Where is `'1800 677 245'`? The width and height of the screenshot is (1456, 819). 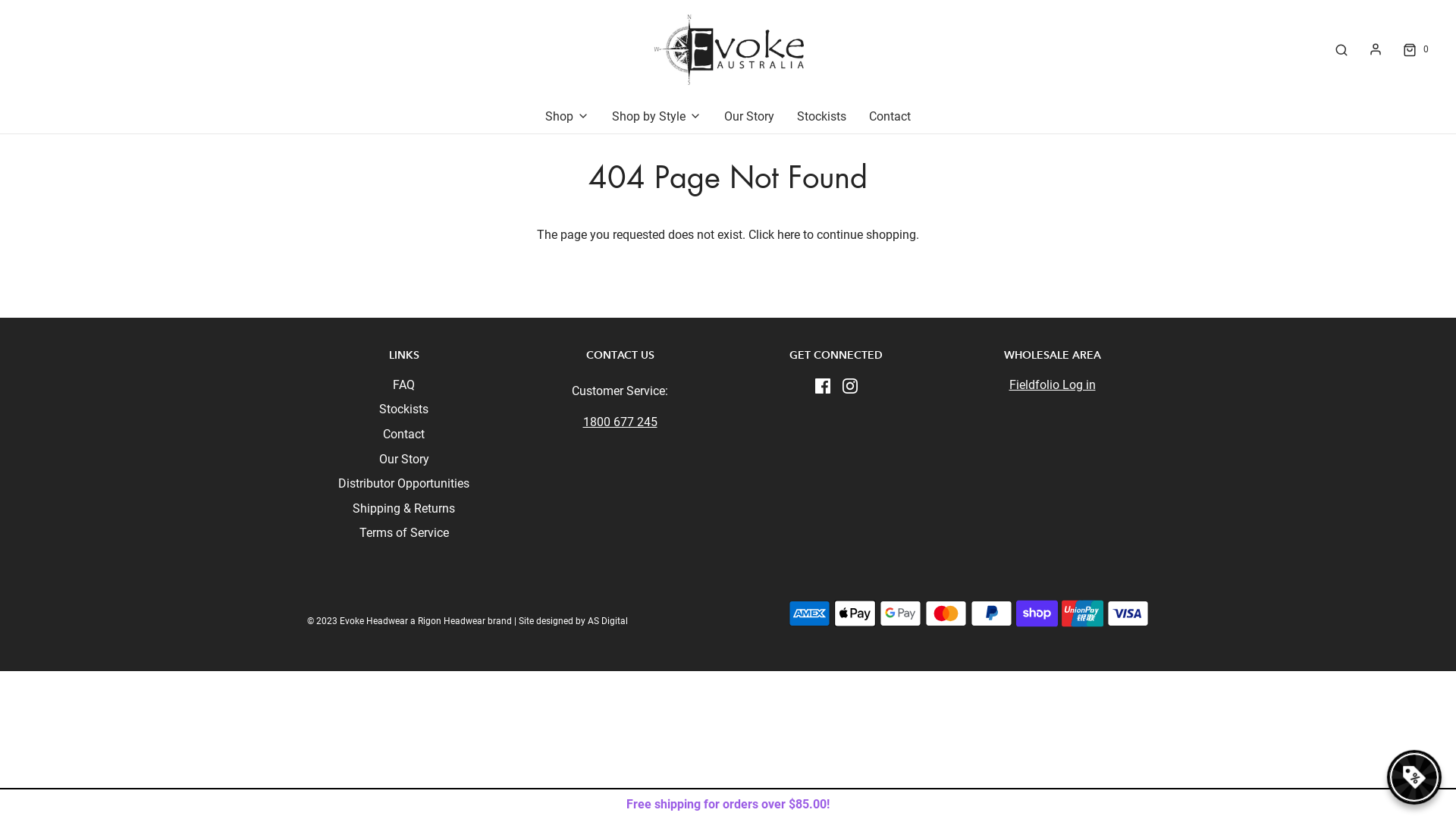 '1800 677 245' is located at coordinates (582, 422).